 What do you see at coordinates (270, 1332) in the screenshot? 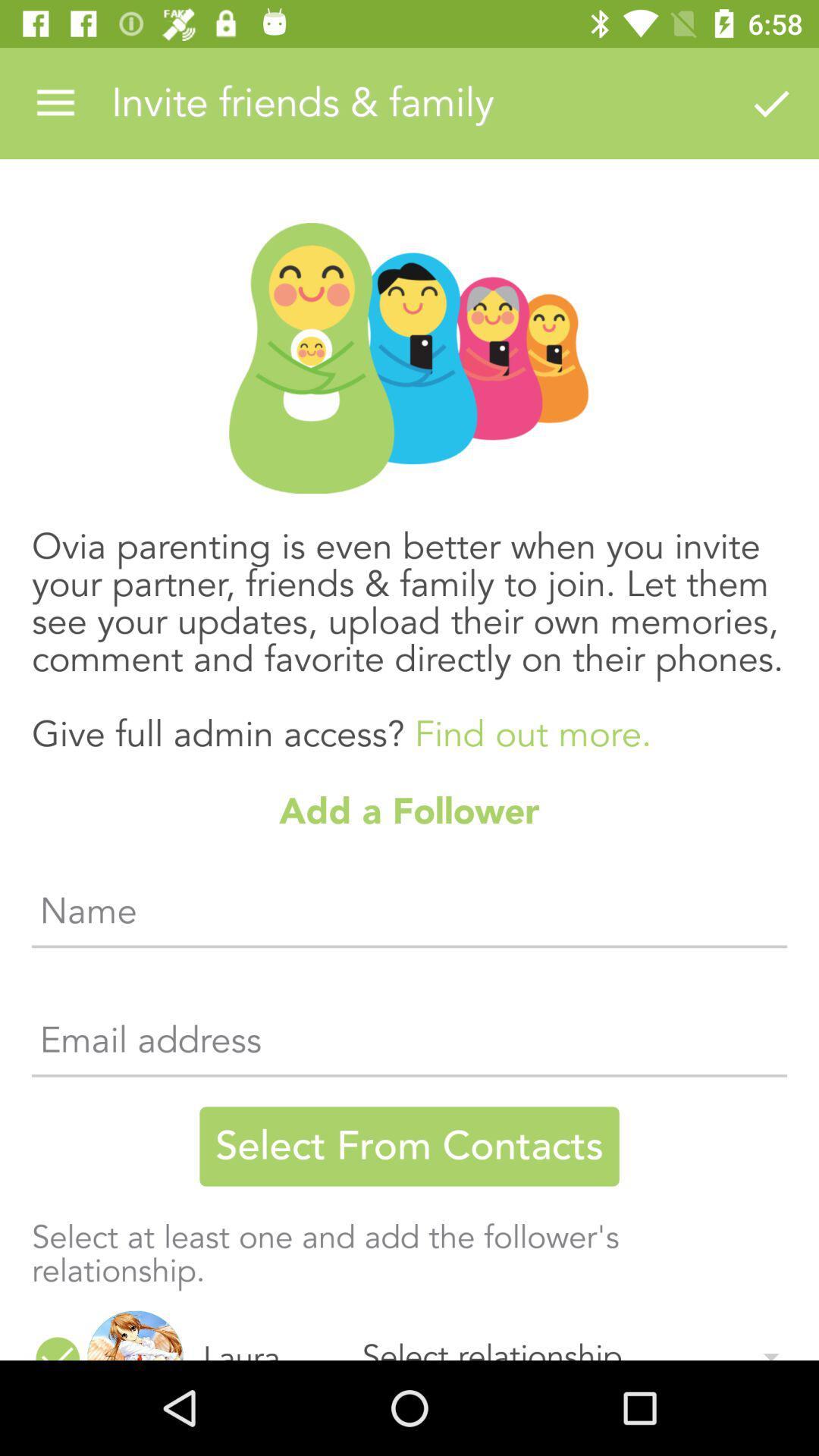
I see `item below the select at least icon` at bounding box center [270, 1332].